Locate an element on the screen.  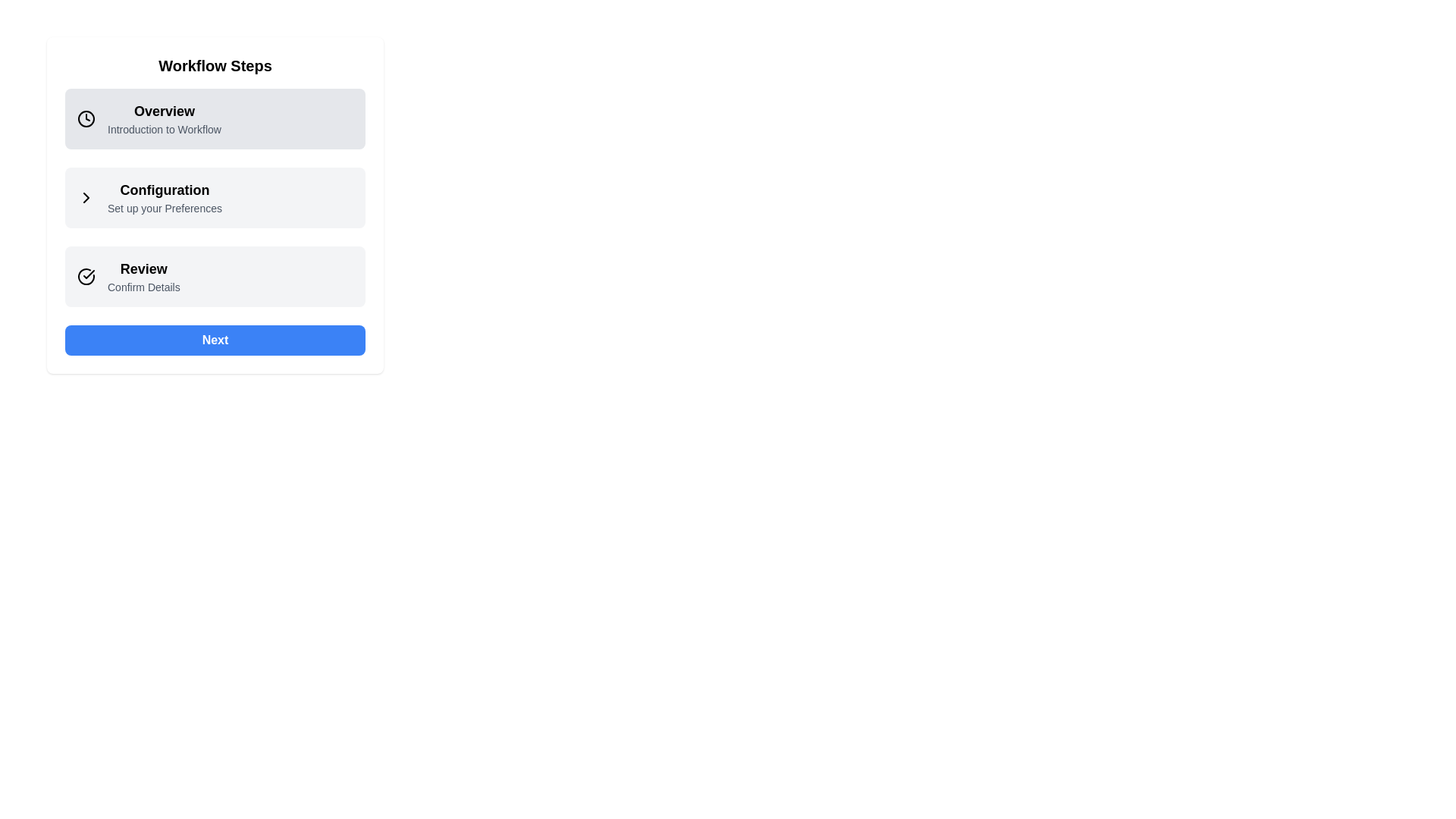
the circular checkmark icon located at the top left corner of the 'Review' section in the workflow listing is located at coordinates (91, 277).